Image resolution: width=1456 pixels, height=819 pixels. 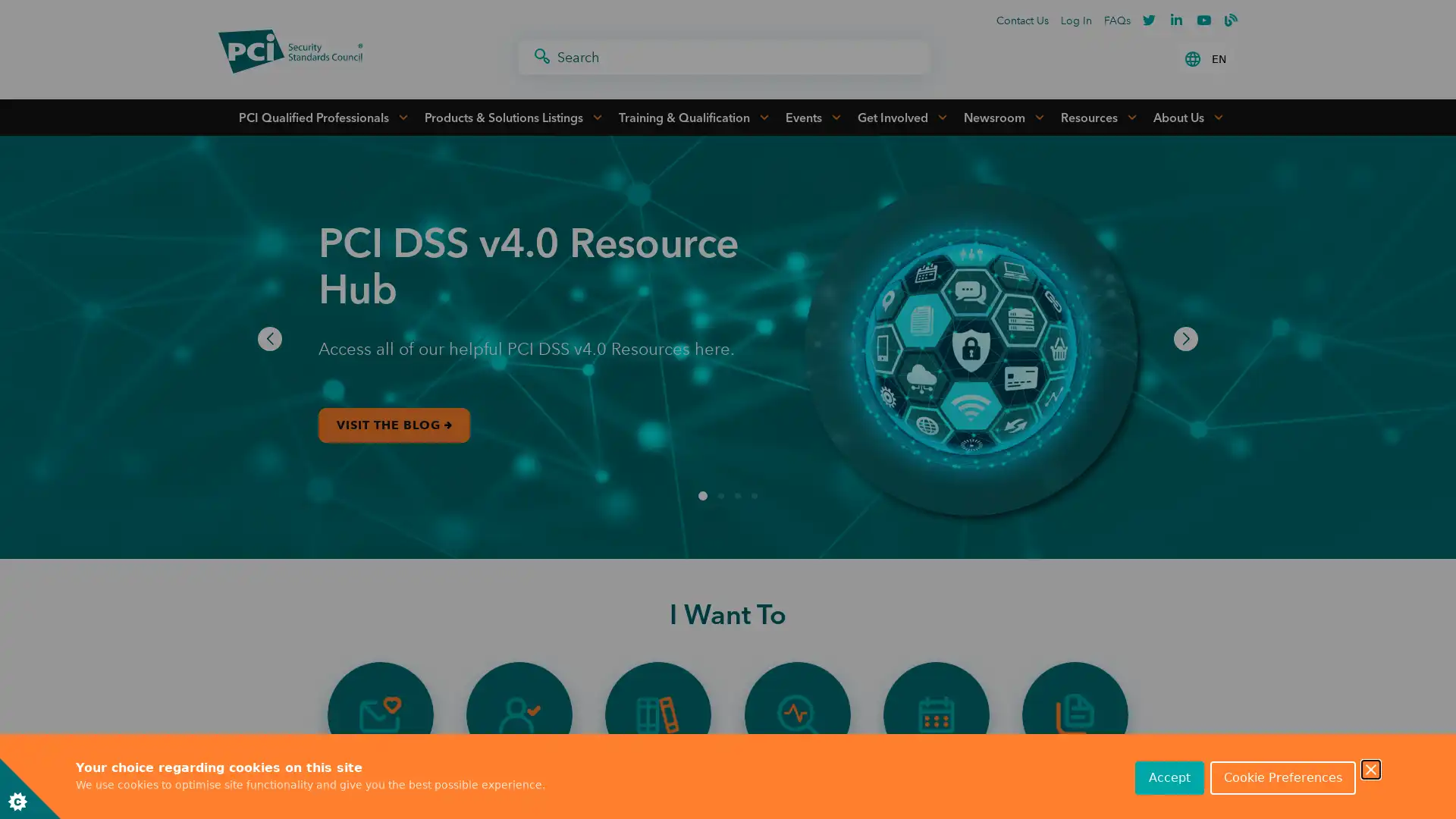 I want to click on Linkedin-in, so click(x=1175, y=19).